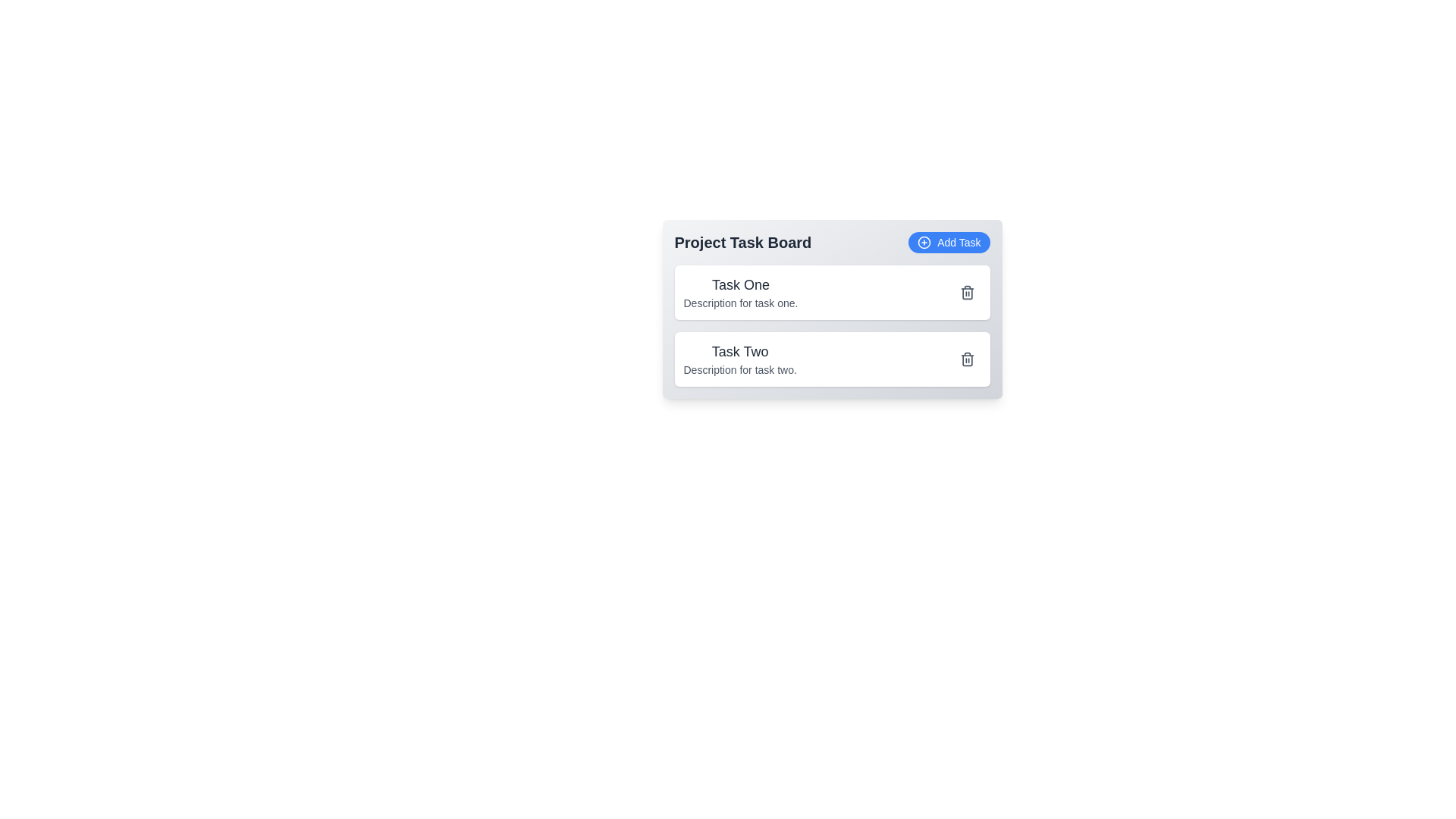  What do you see at coordinates (924, 242) in the screenshot?
I see `the circular icon that signifies the addition of a new task, located at the leftmost part of the 'Add Task' button in the top-right corner of the 'Project Task Board'` at bounding box center [924, 242].